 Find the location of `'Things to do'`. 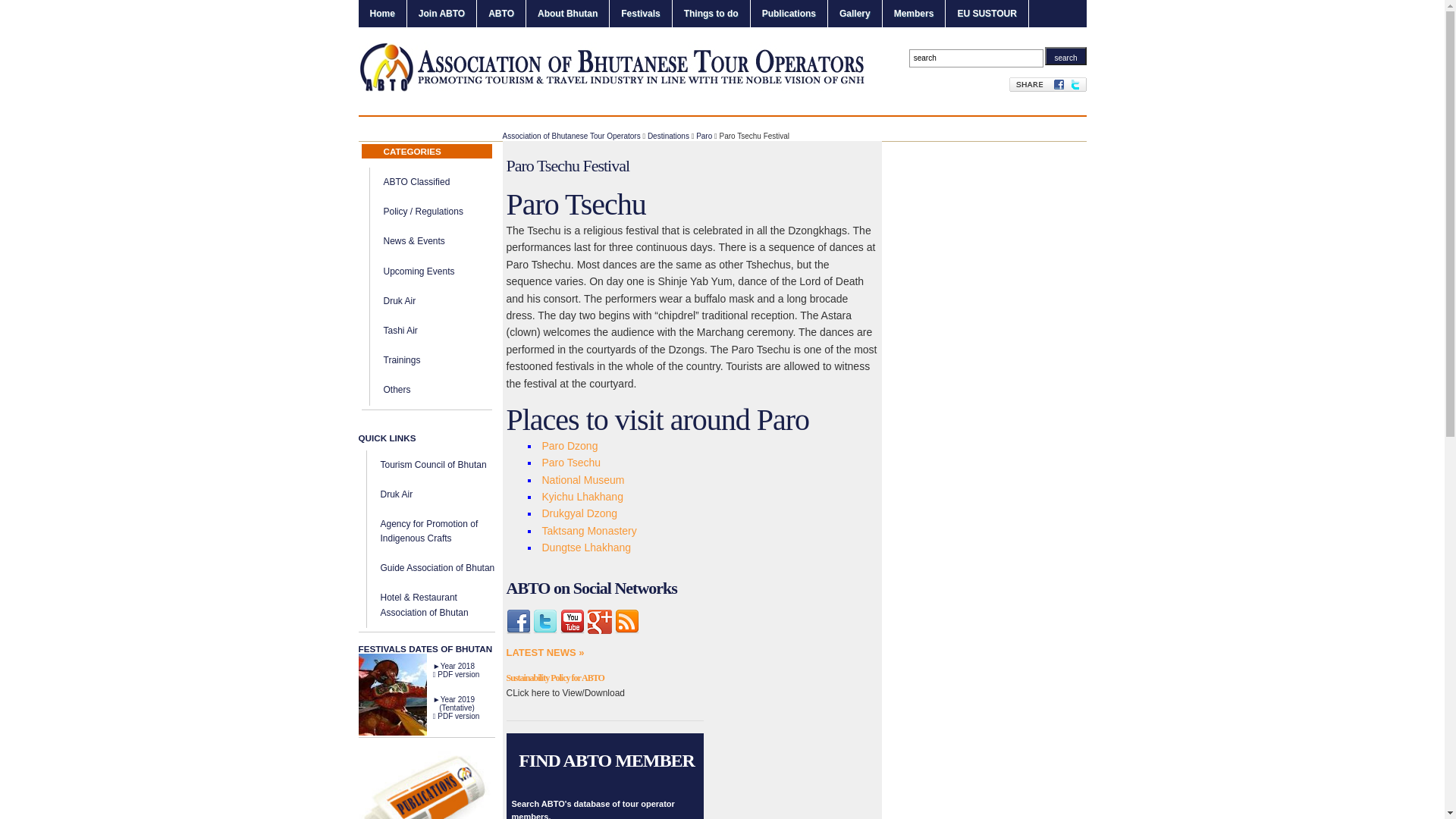

'Things to do' is located at coordinates (710, 14).